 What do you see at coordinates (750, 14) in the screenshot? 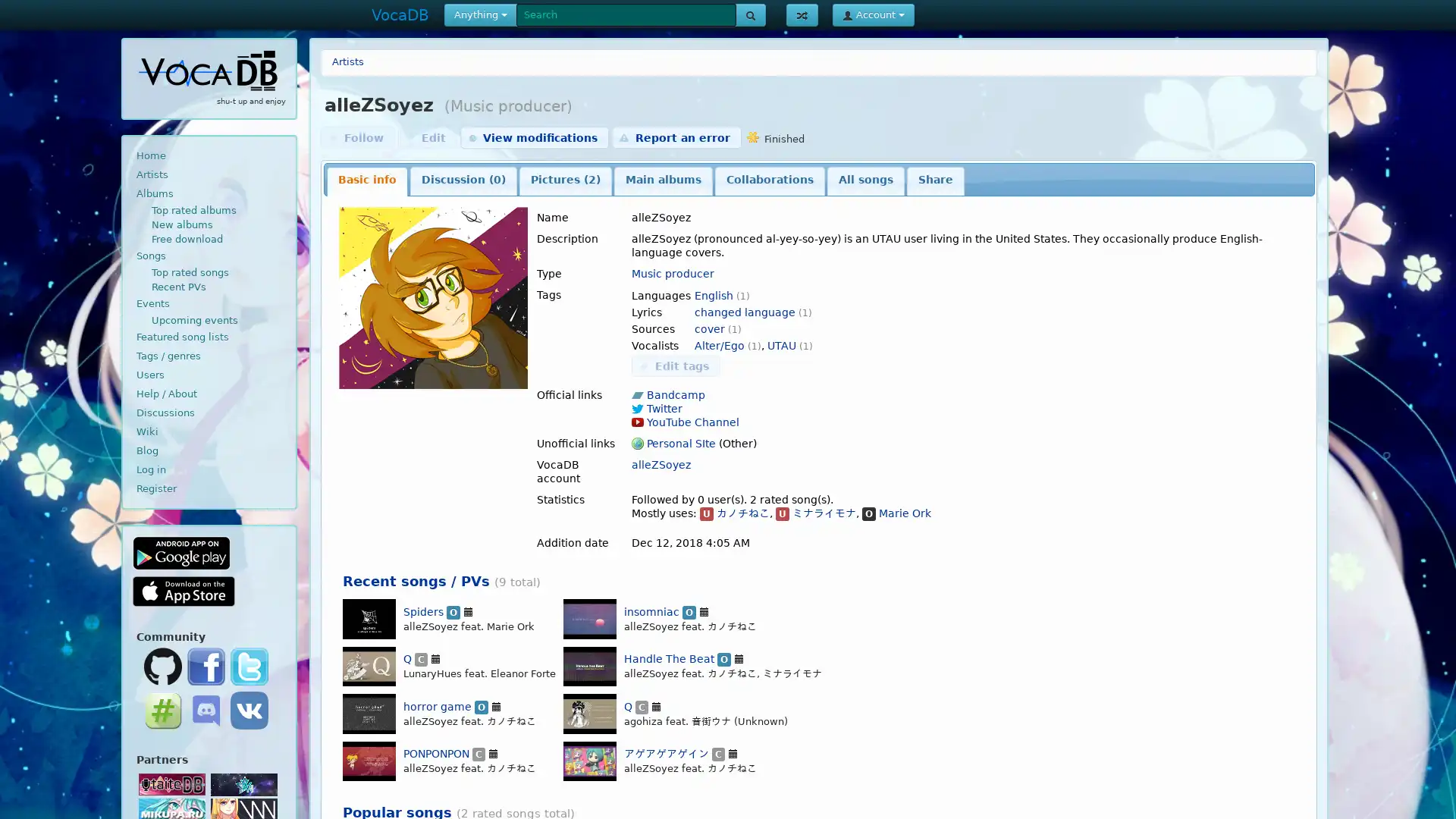
I see `Search` at bounding box center [750, 14].